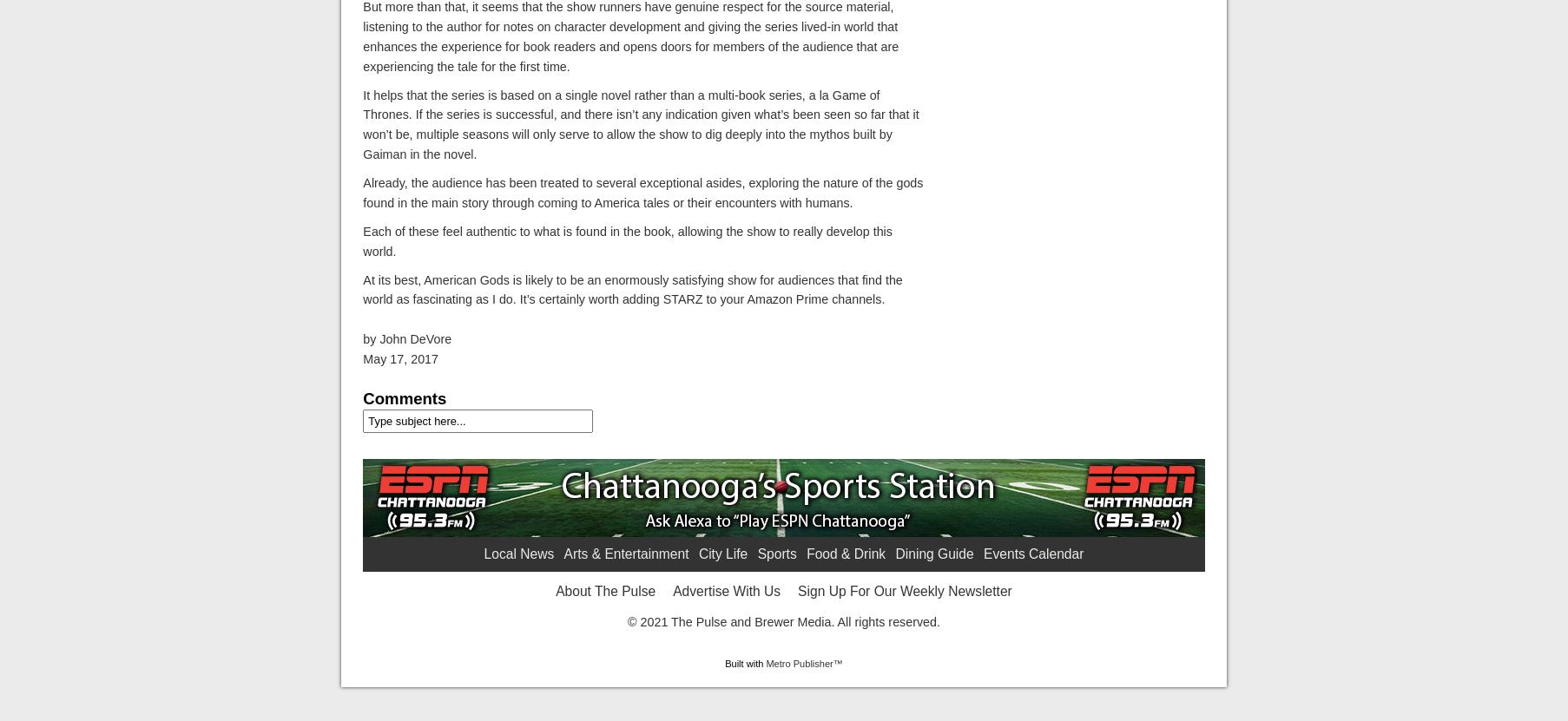 The image size is (1568, 721). What do you see at coordinates (904, 590) in the screenshot?
I see `'Sign Up For Our Weekly Newsletter'` at bounding box center [904, 590].